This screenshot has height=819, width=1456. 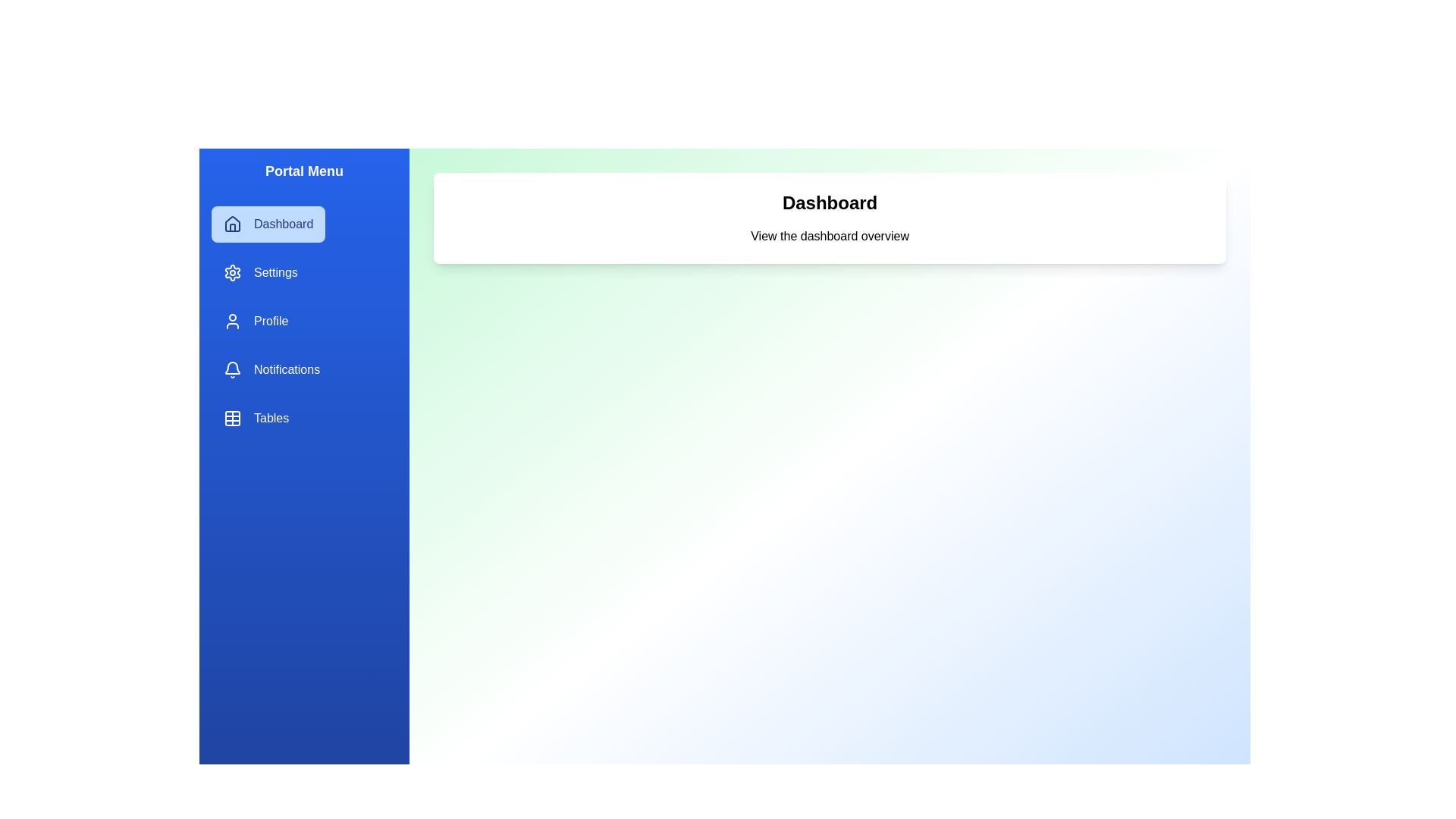 I want to click on the menu option Tables to navigate to the corresponding section, so click(x=256, y=418).